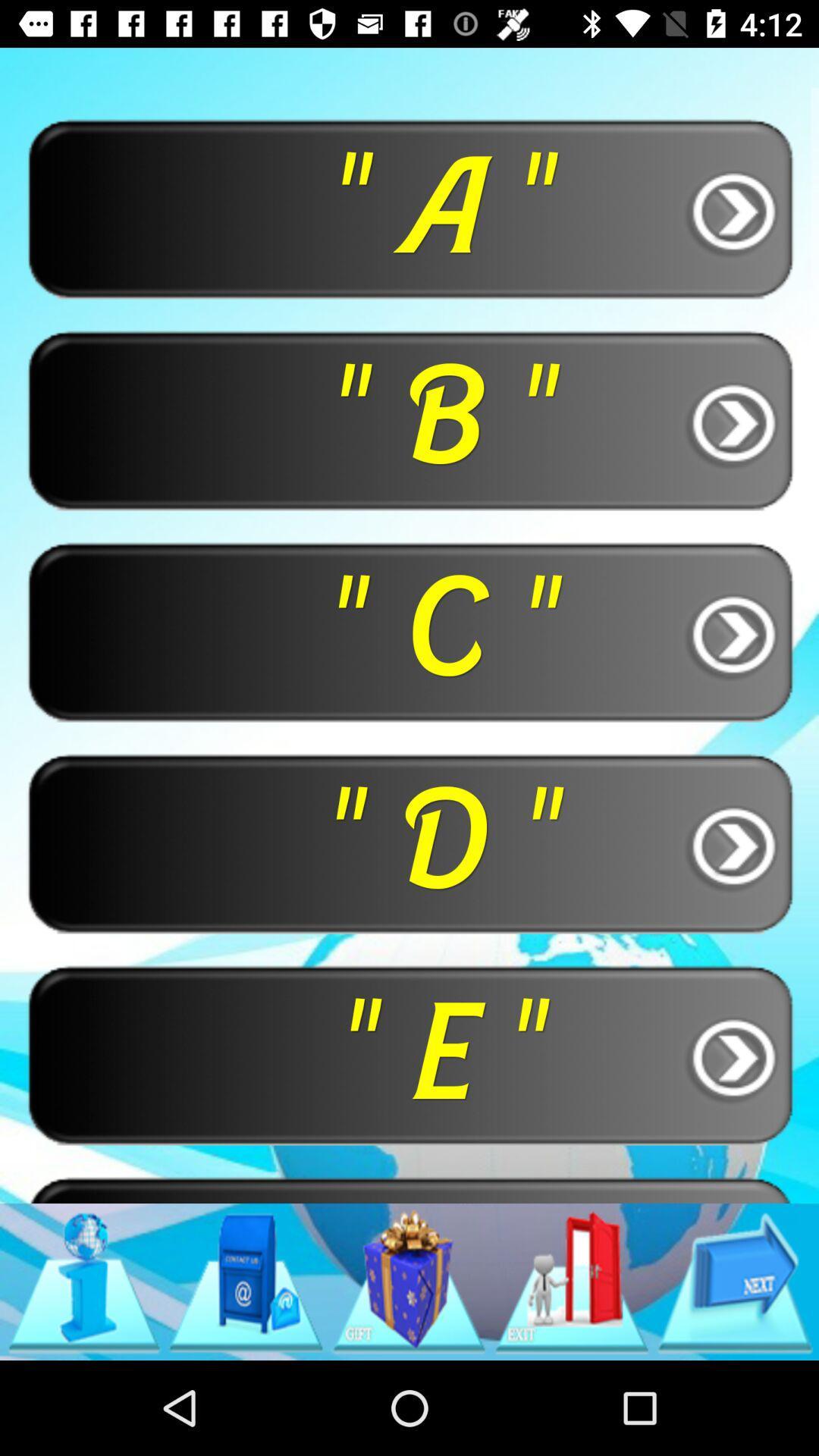 The image size is (819, 1456). Describe the element at coordinates (734, 1281) in the screenshot. I see `move forward` at that location.